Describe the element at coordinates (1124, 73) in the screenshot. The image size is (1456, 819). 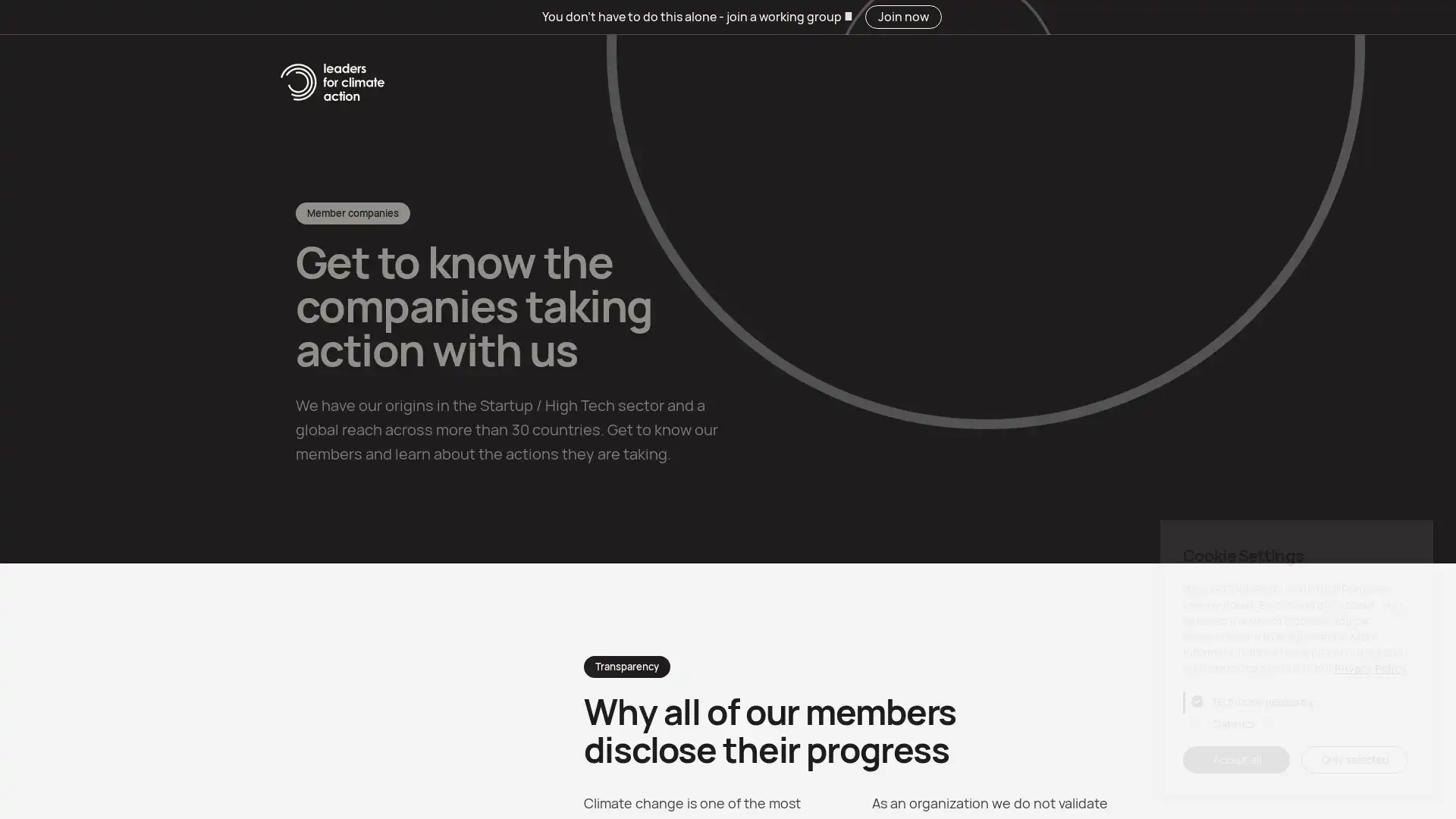
I see `Join now` at that location.